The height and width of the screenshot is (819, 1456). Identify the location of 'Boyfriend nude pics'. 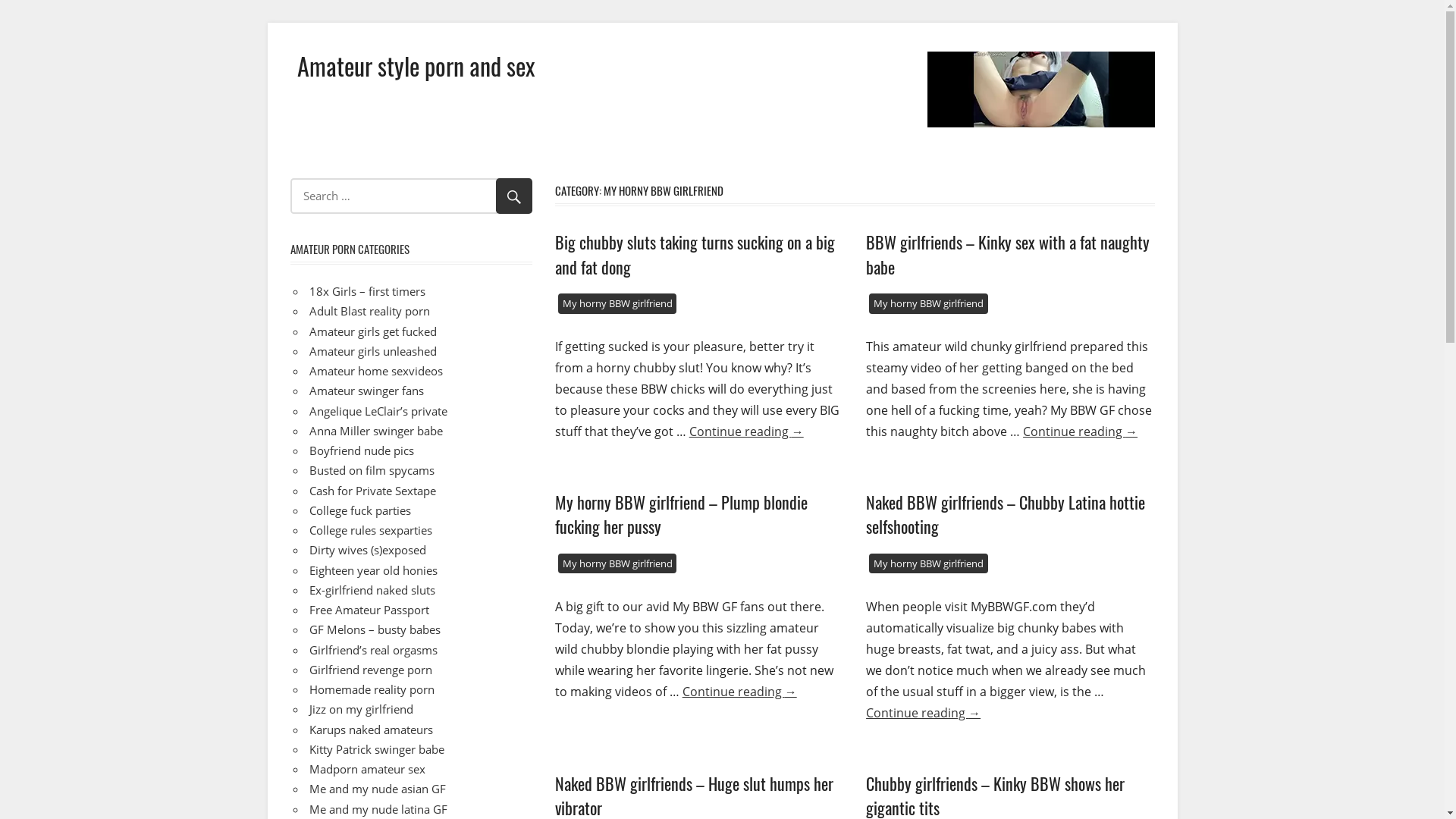
(360, 450).